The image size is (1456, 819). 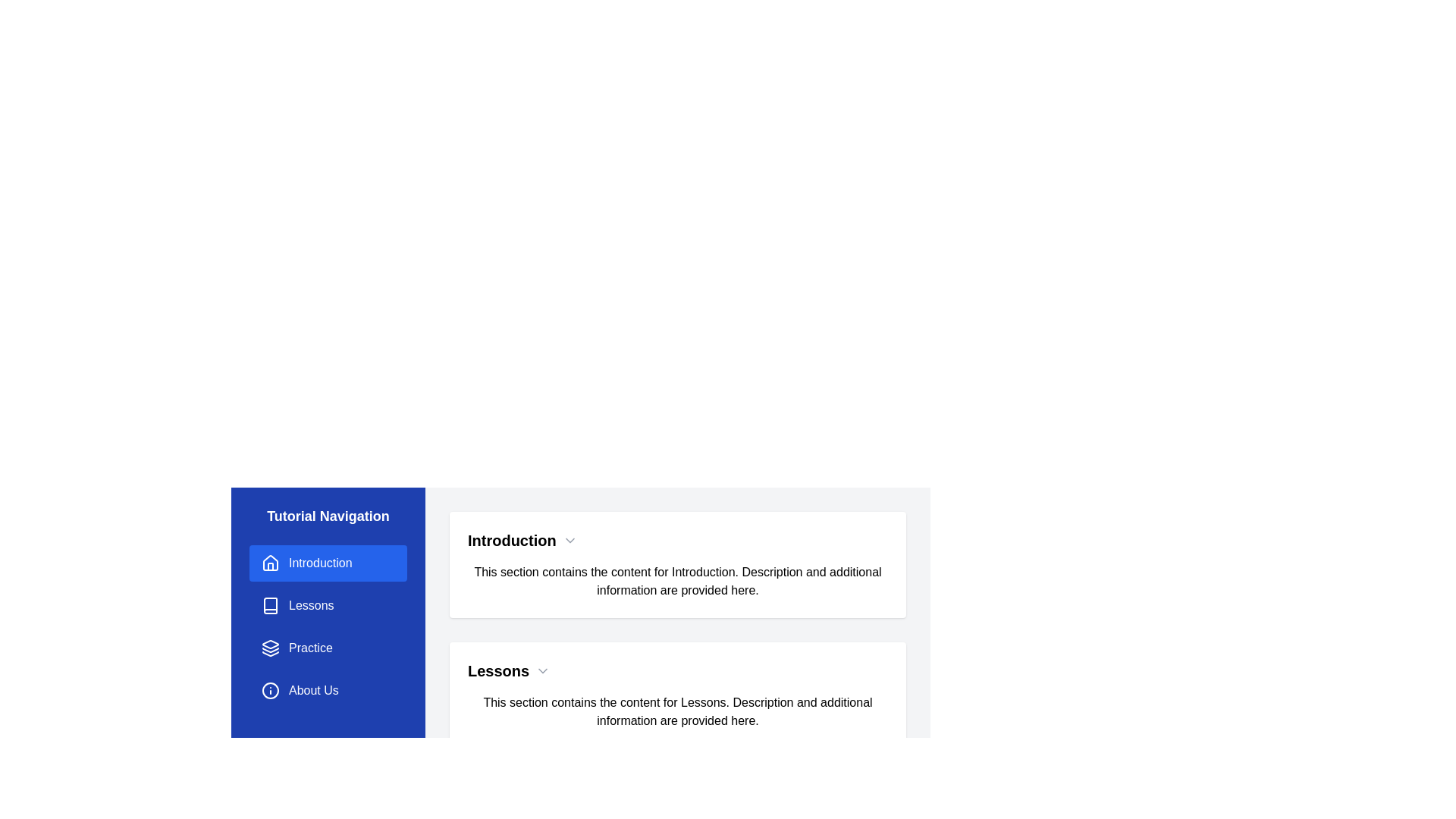 I want to click on the text in the text block providing a description for the 'Lessons' section, which is located below the heading 'Lessons' and the arrow icon, so click(x=676, y=711).